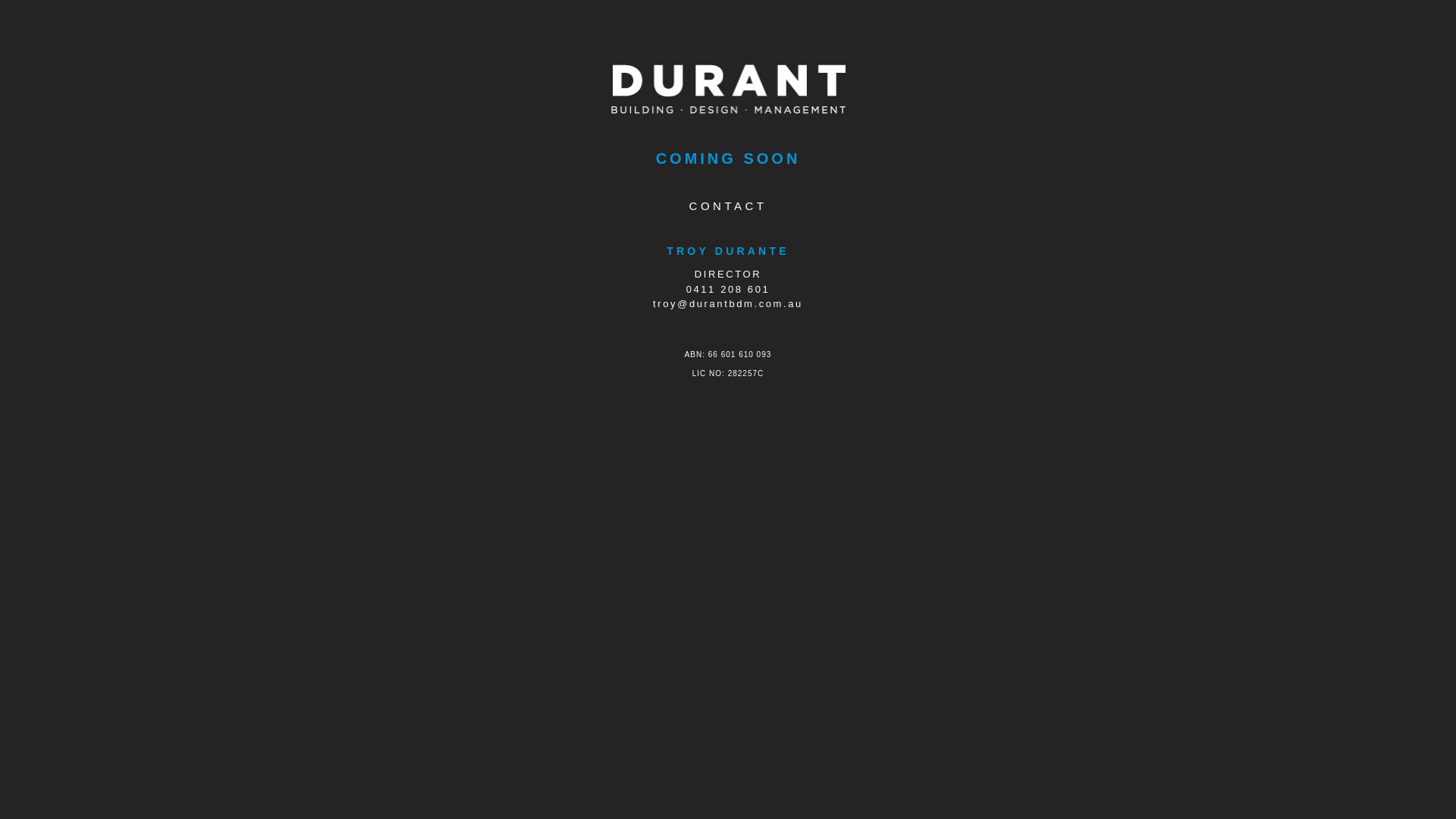 The width and height of the screenshot is (1456, 819). Describe the element at coordinates (728, 303) in the screenshot. I see `'troy@durantbdm.com.au'` at that location.